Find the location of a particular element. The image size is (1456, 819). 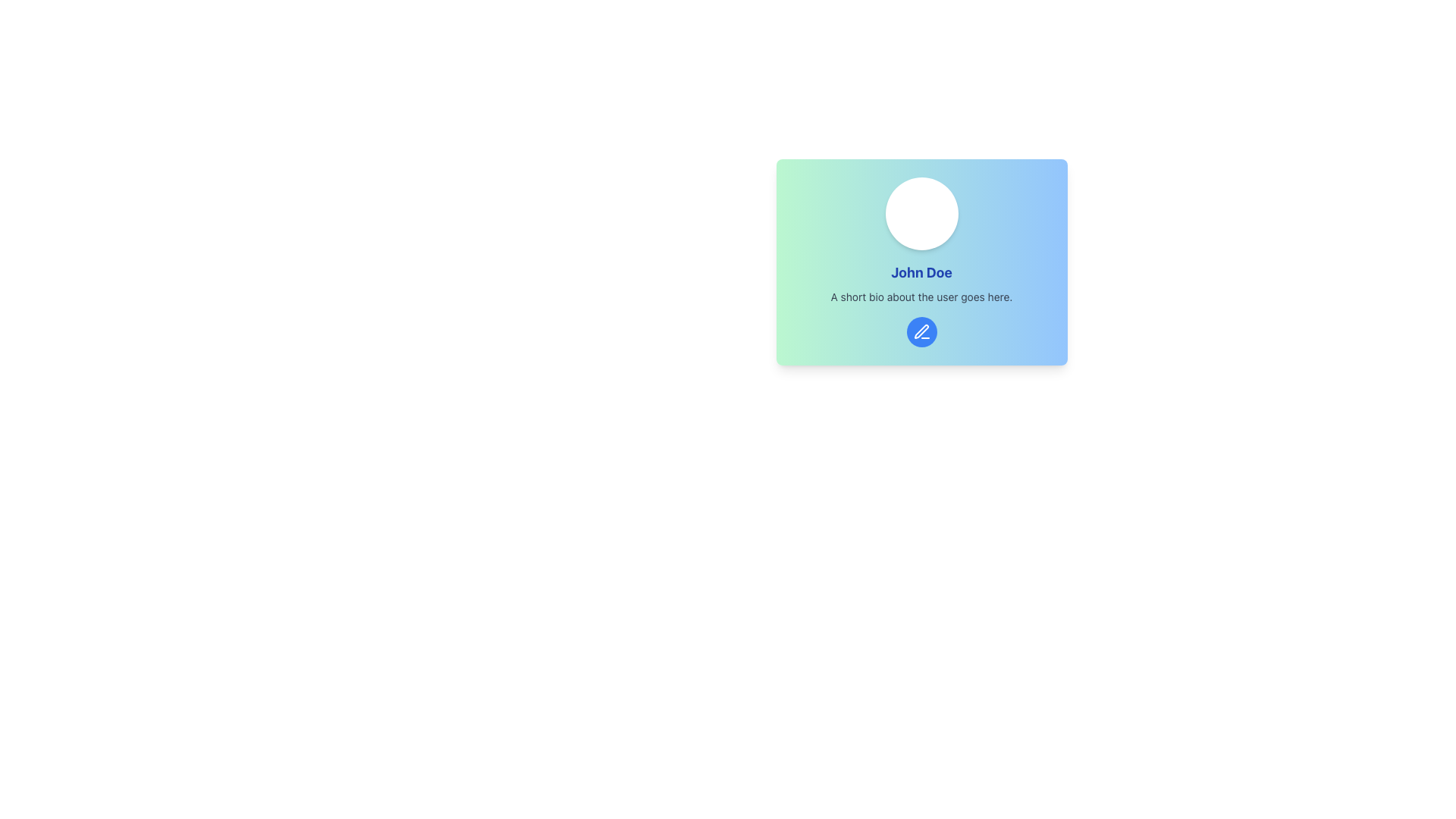

the text element displaying a short biography, positioned below the name 'John Doe' and above a circular button is located at coordinates (921, 297).